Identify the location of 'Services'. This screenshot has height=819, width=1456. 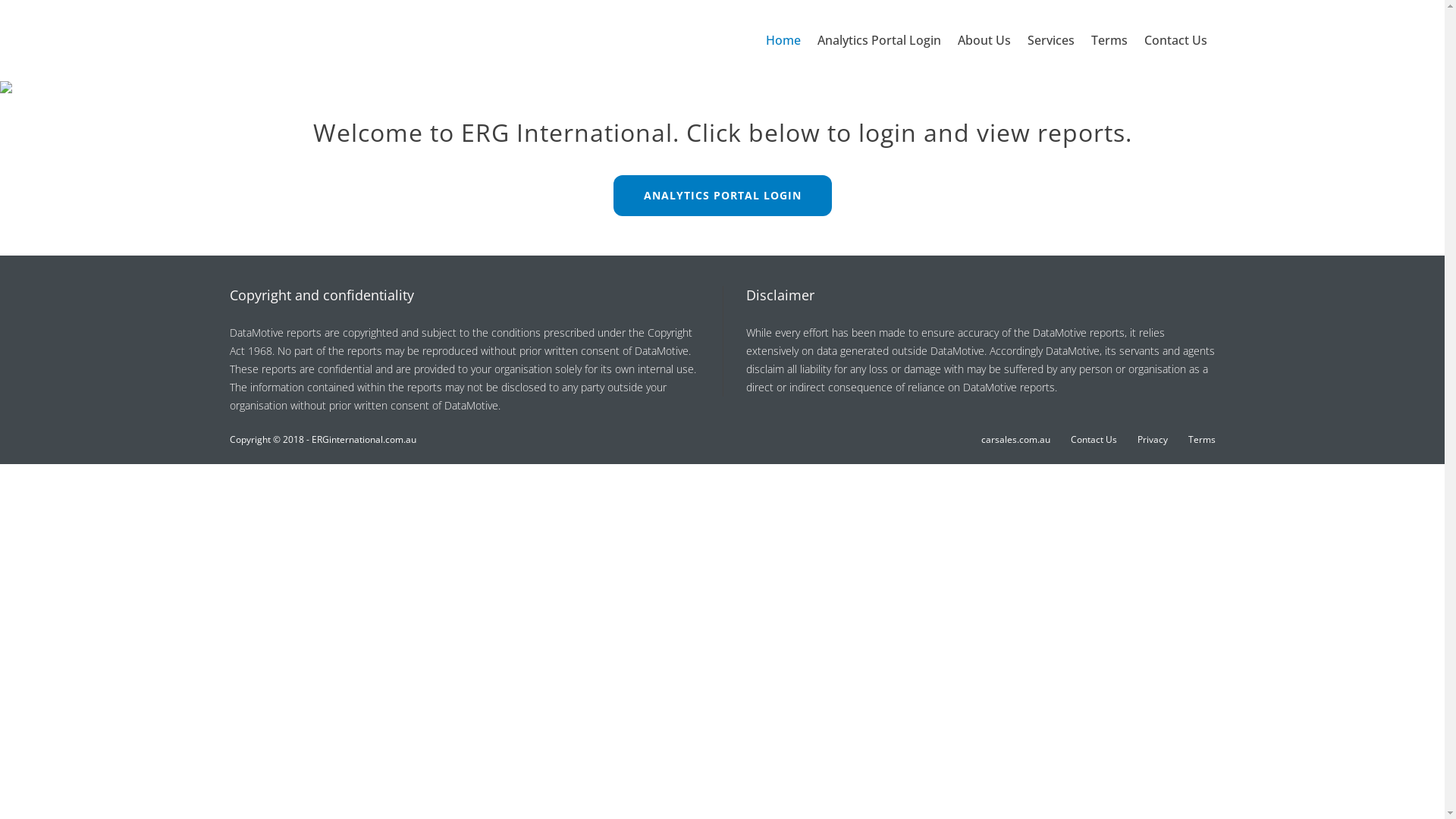
(1050, 39).